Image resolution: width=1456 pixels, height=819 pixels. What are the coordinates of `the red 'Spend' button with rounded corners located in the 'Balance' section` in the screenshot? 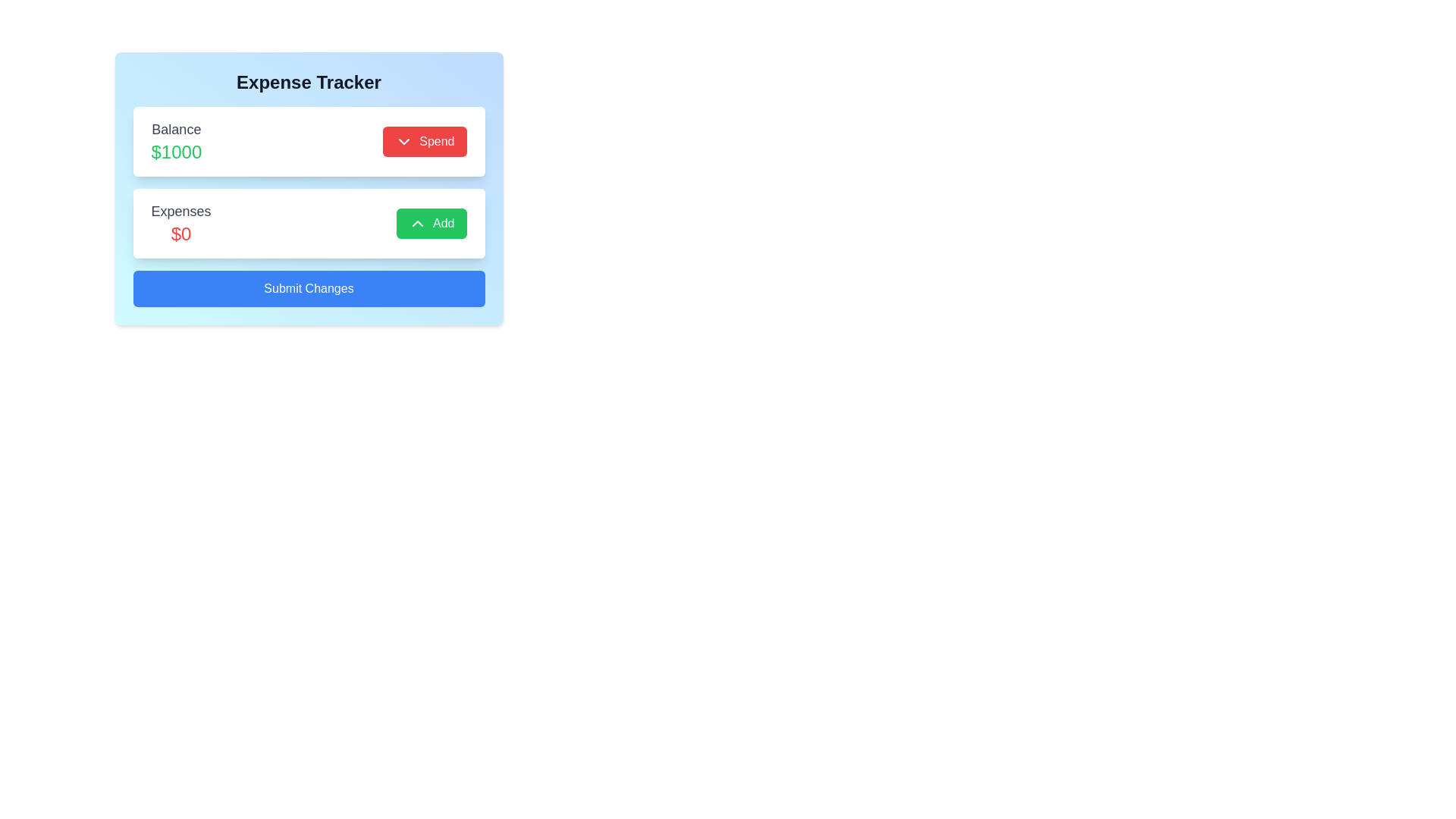 It's located at (425, 141).